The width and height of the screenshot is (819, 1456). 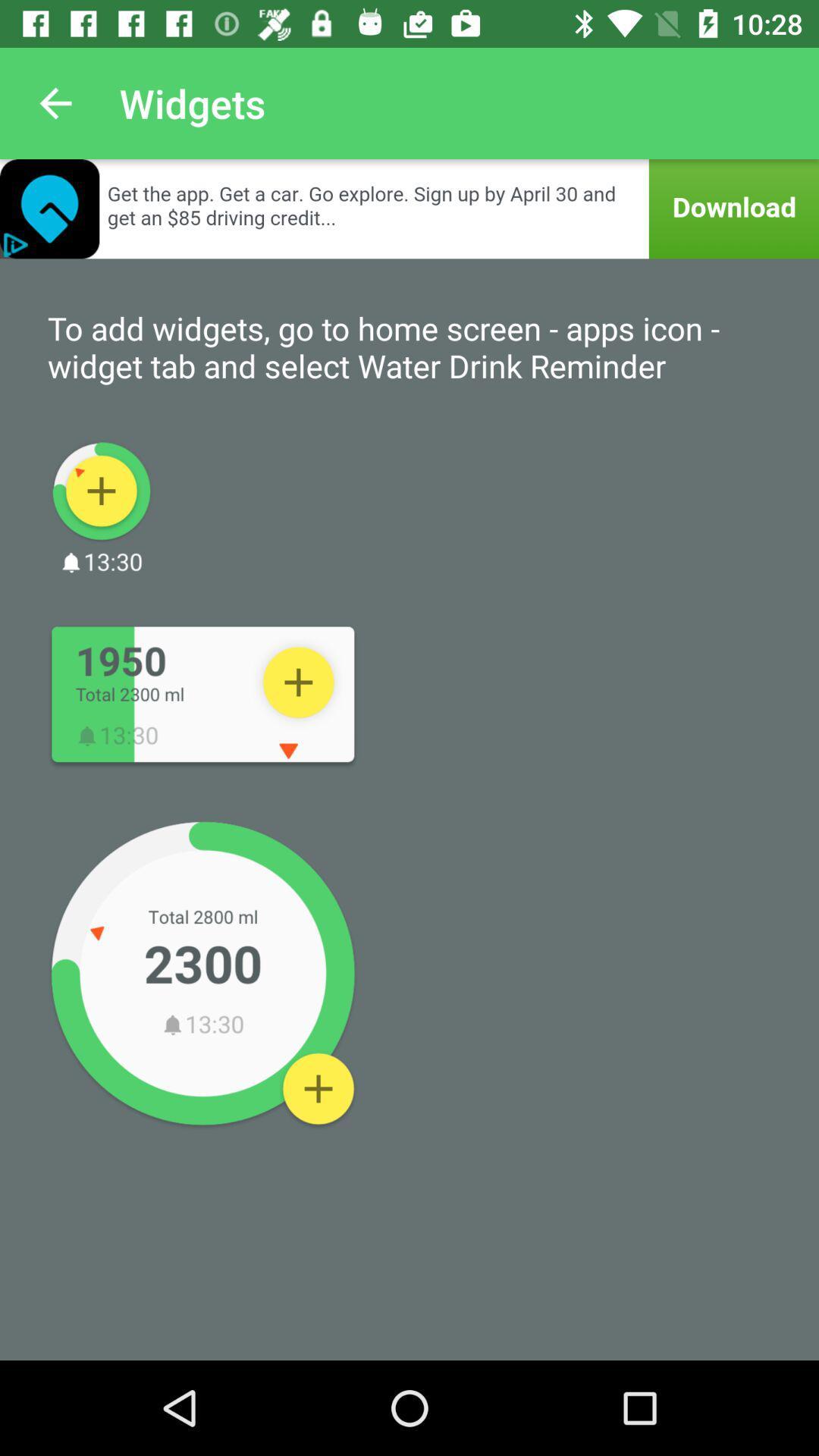 I want to click on the icon next to the widgets icon, so click(x=55, y=102).